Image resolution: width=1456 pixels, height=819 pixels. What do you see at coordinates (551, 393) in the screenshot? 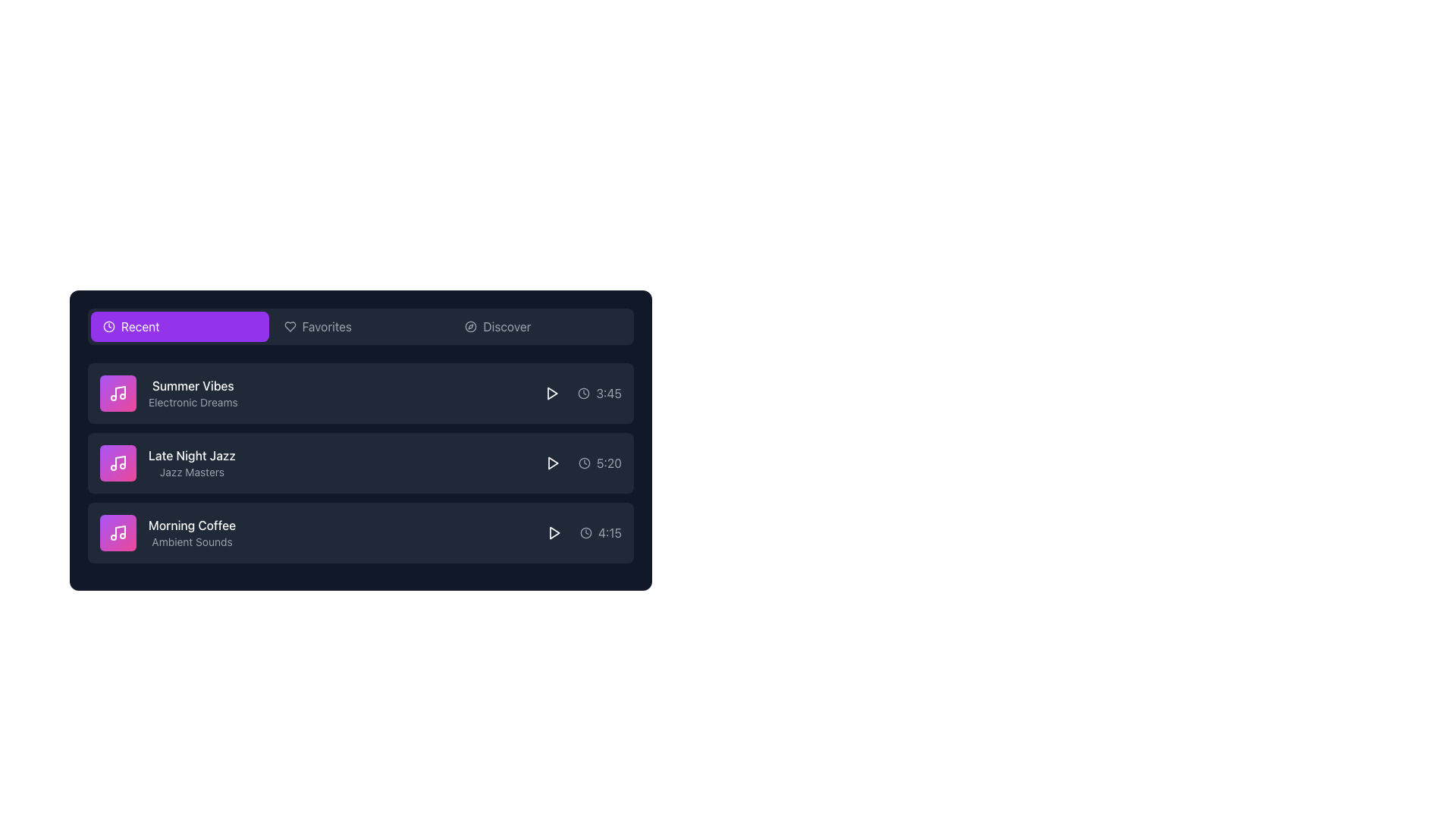
I see `the play button located in the 'Summer Vibes' row to initiate playback of the associated audio or video track` at bounding box center [551, 393].